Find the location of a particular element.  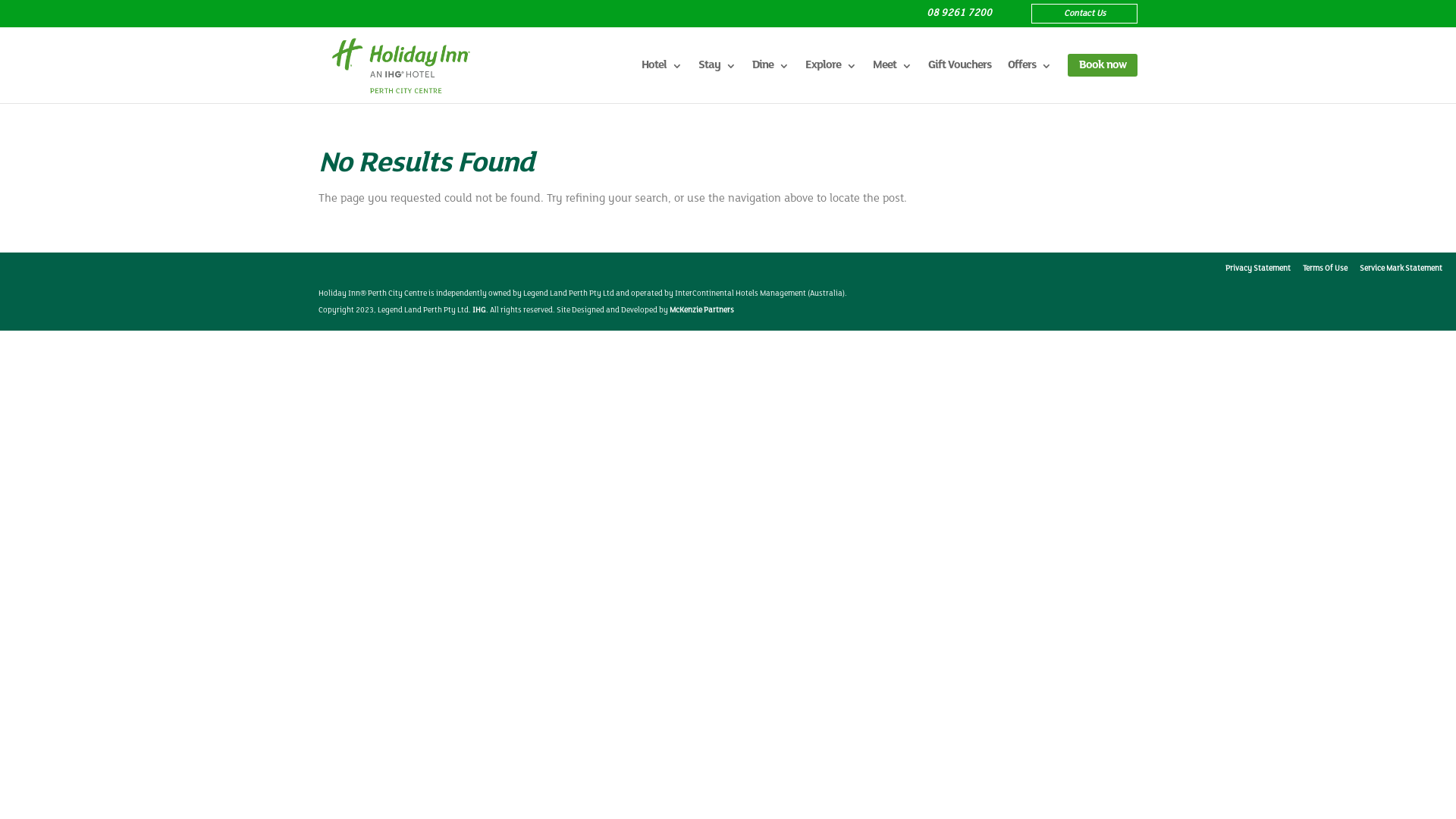

'08 9261 7200' is located at coordinates (959, 14).